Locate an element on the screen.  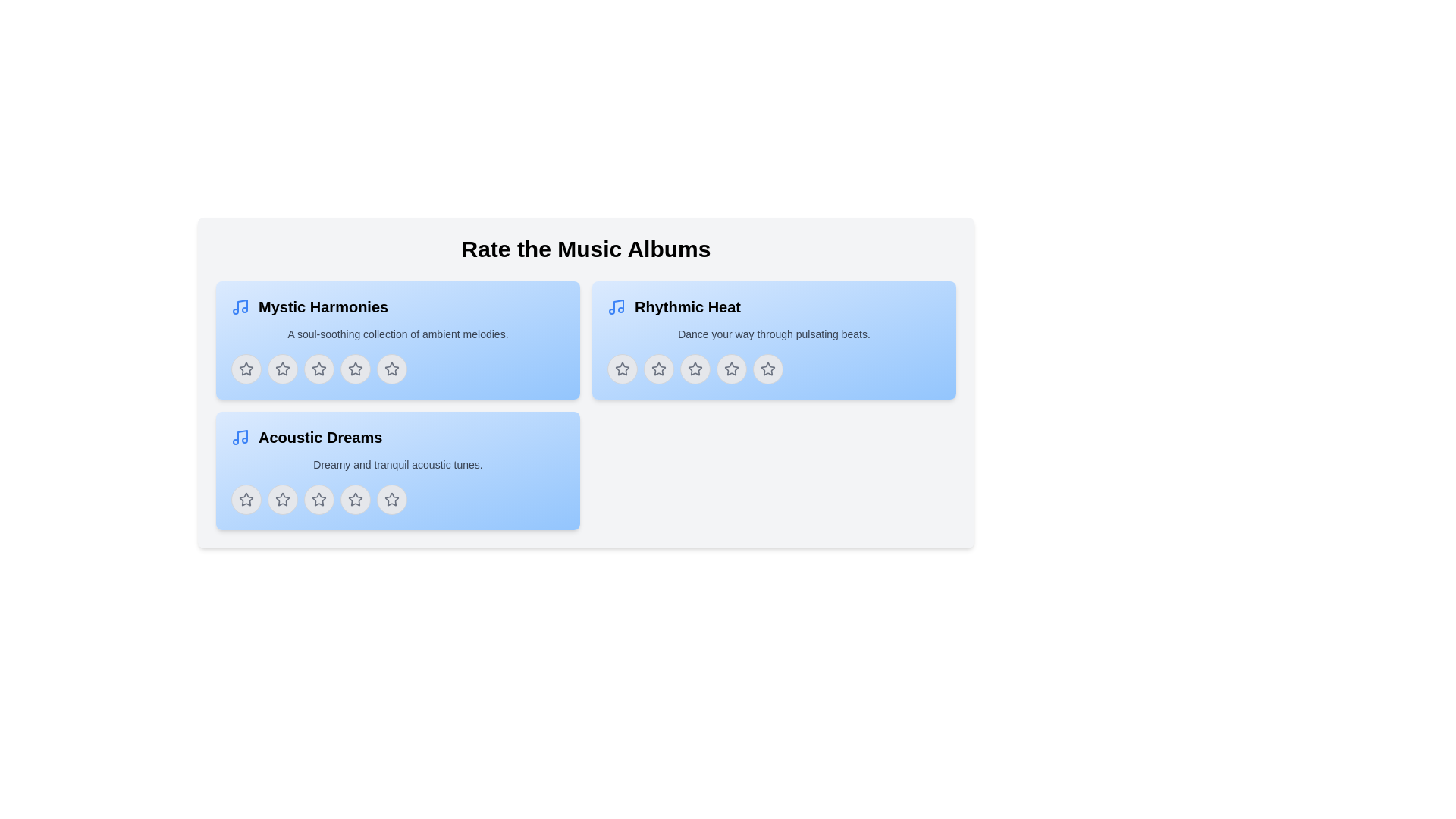
the text label for the music album 'Acoustic Dreams', which is centrally aligned in the left card of the second row in the grid layout is located at coordinates (319, 438).